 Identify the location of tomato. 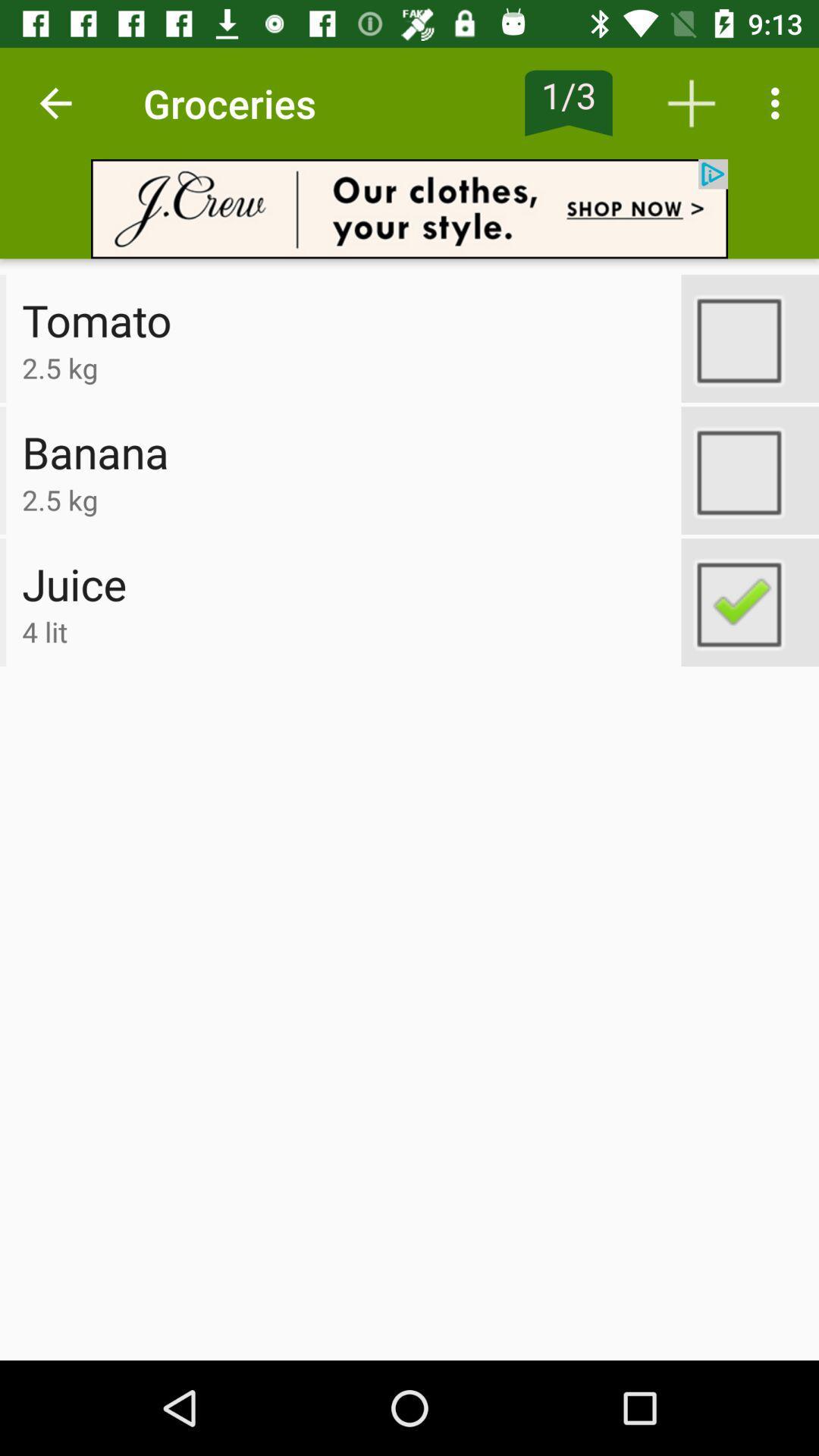
(749, 337).